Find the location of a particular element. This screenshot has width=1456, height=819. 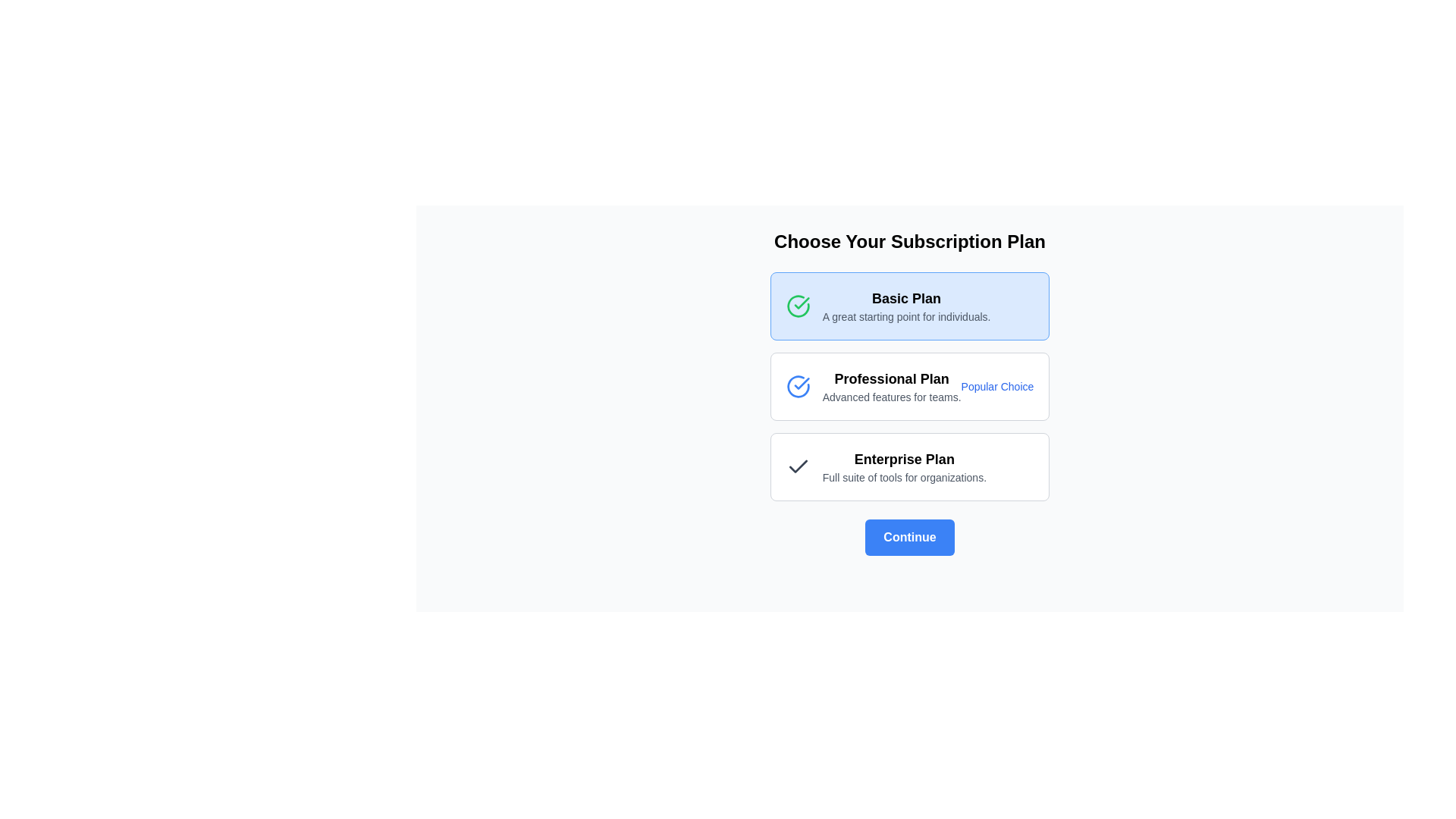

the selection card representing the 'Professional Plan', which is the second item in a vertical list of subscription plans is located at coordinates (910, 385).